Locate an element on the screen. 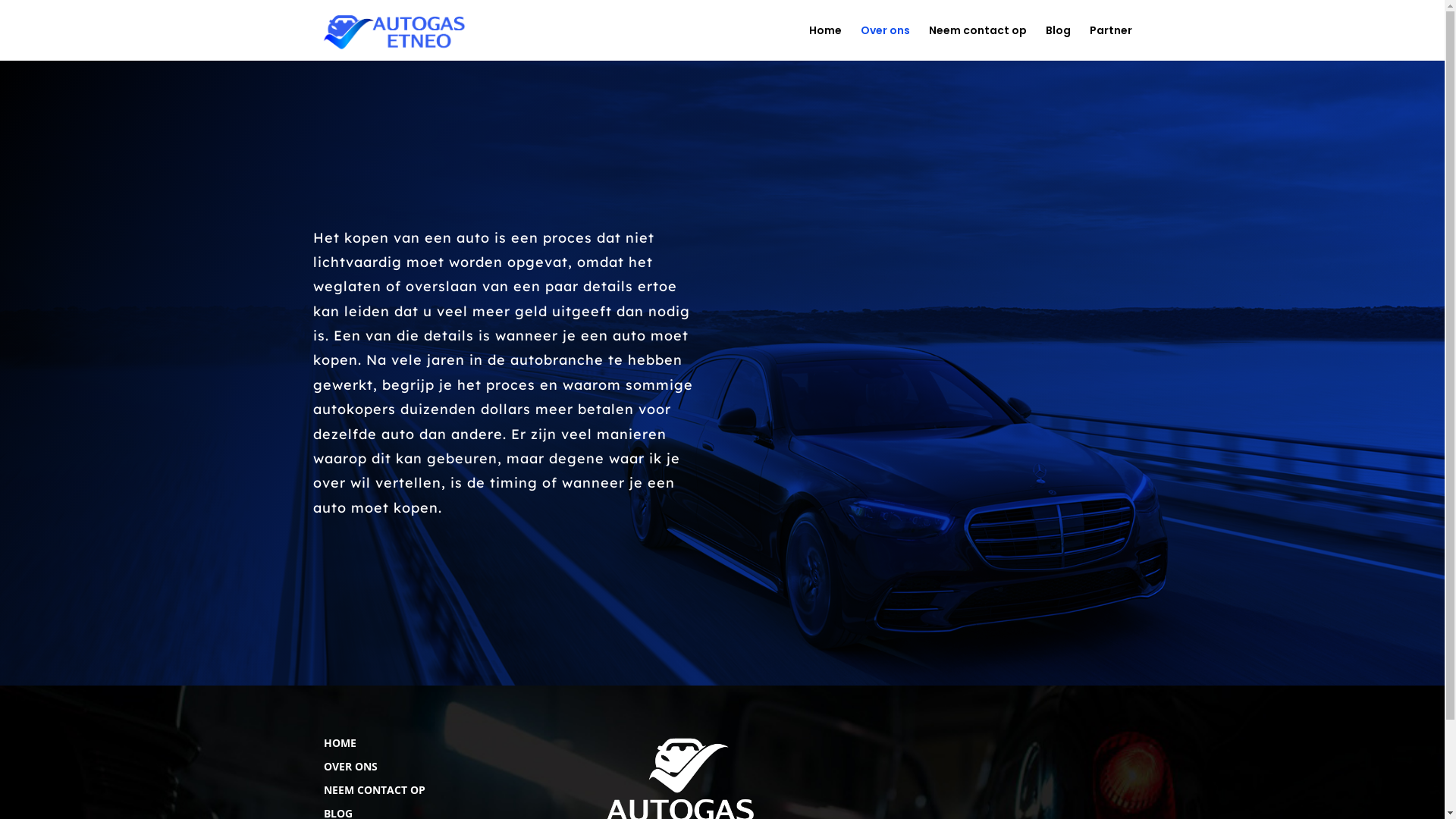  'Home' is located at coordinates (824, 42).